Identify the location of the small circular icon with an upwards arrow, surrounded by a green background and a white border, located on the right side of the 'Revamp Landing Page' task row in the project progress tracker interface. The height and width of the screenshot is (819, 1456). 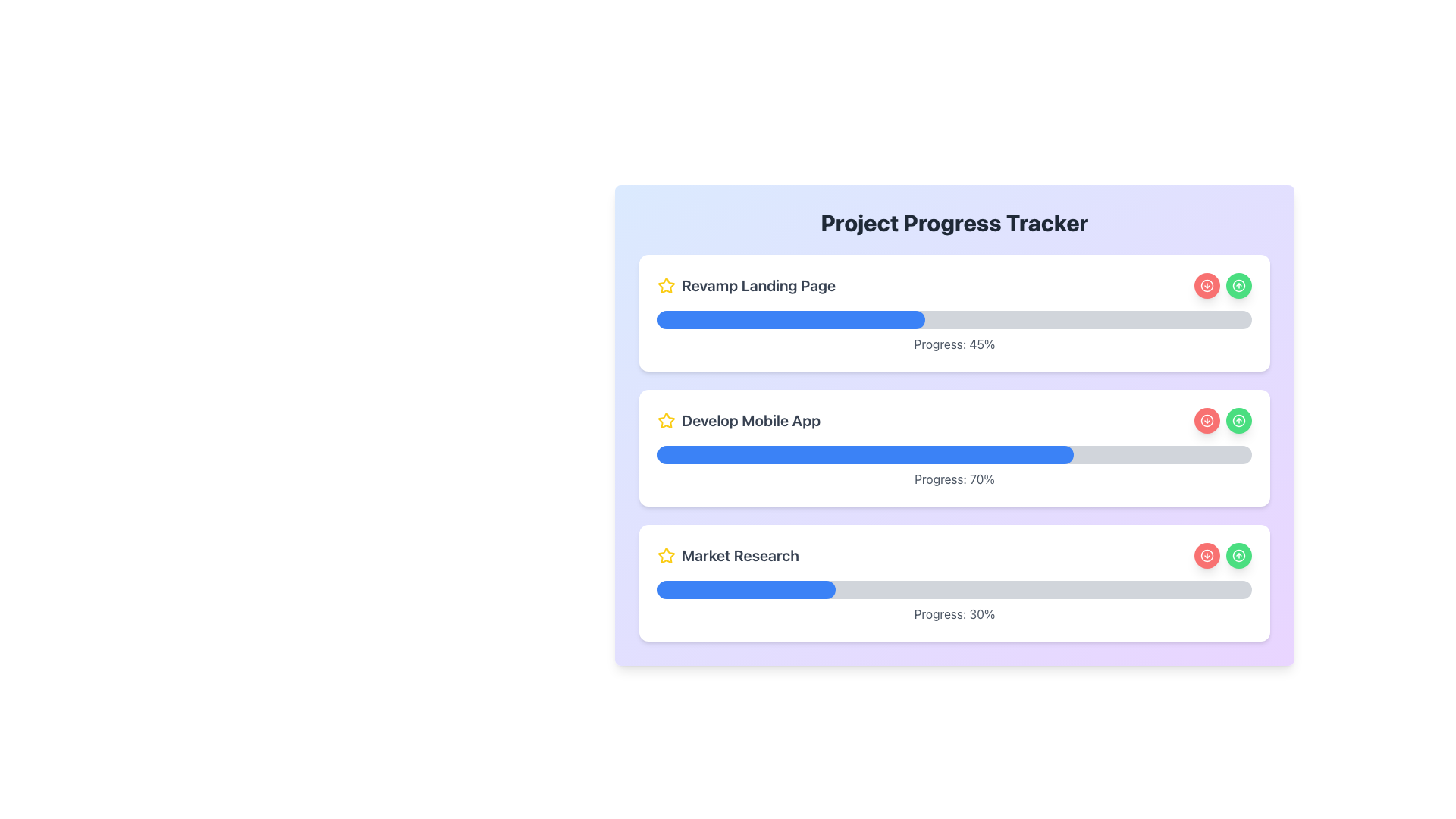
(1238, 286).